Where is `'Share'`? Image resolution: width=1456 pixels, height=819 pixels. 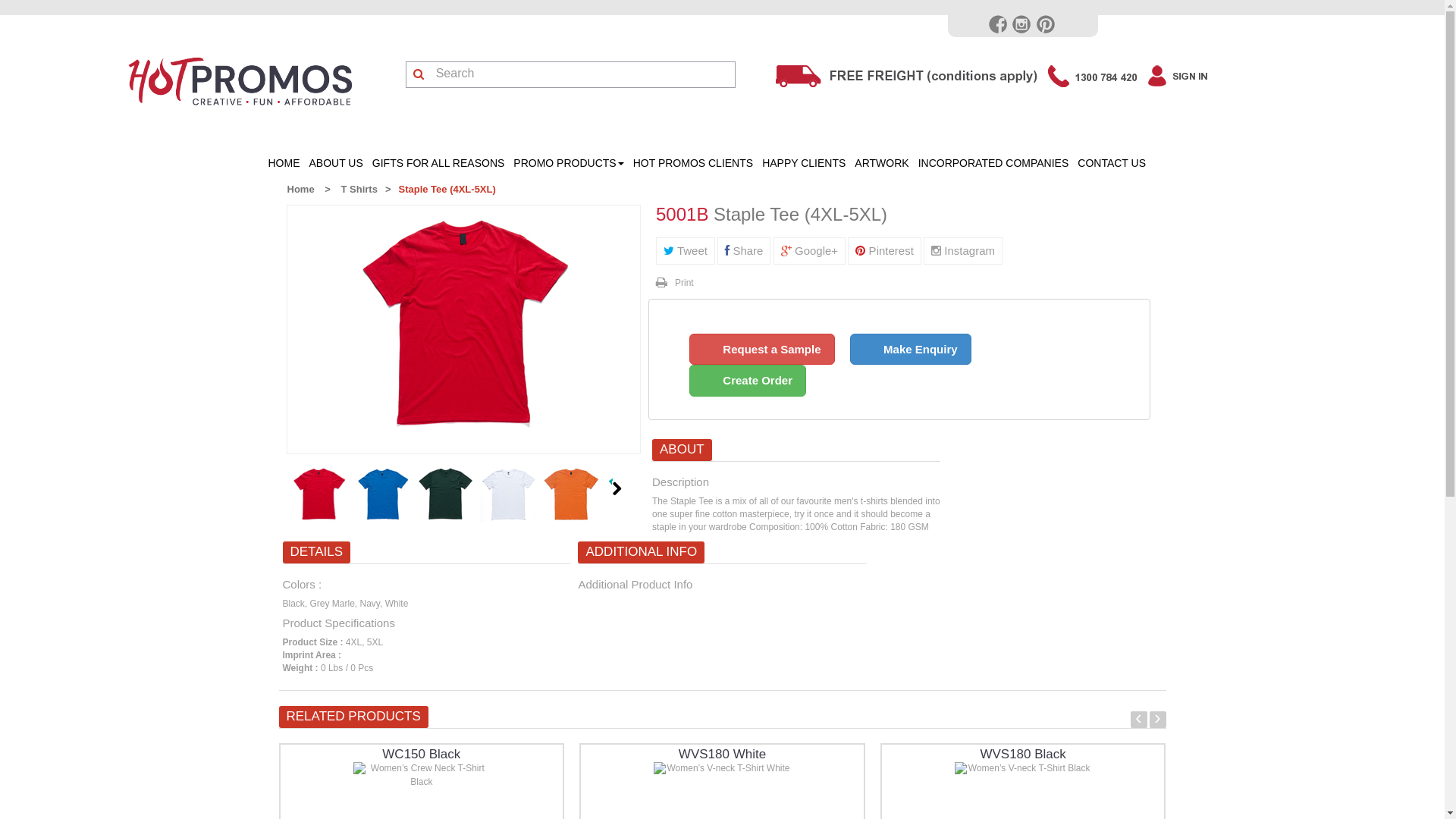 'Share' is located at coordinates (743, 249).